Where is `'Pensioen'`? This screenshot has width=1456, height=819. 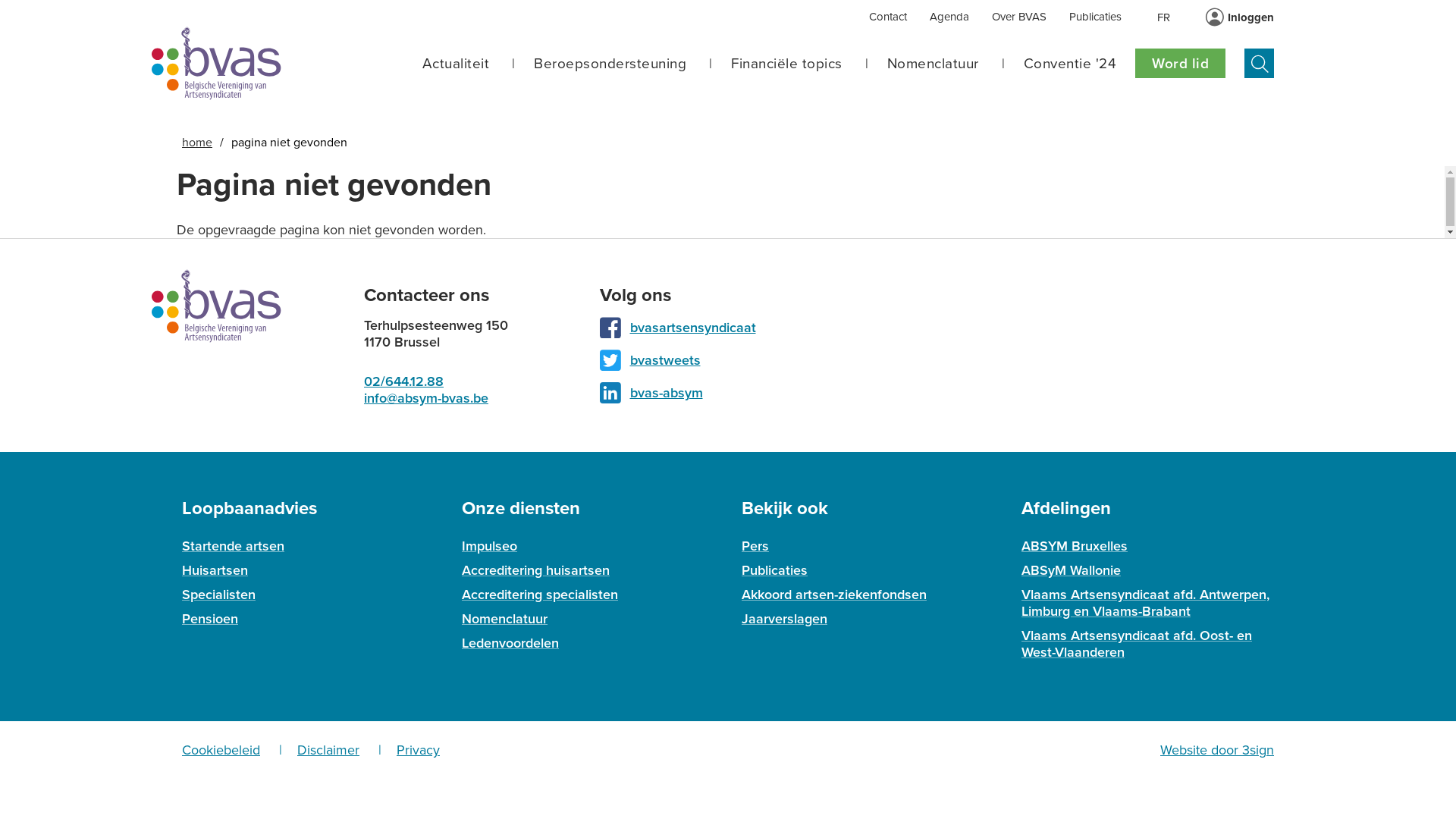
'Pensioen' is located at coordinates (209, 619).